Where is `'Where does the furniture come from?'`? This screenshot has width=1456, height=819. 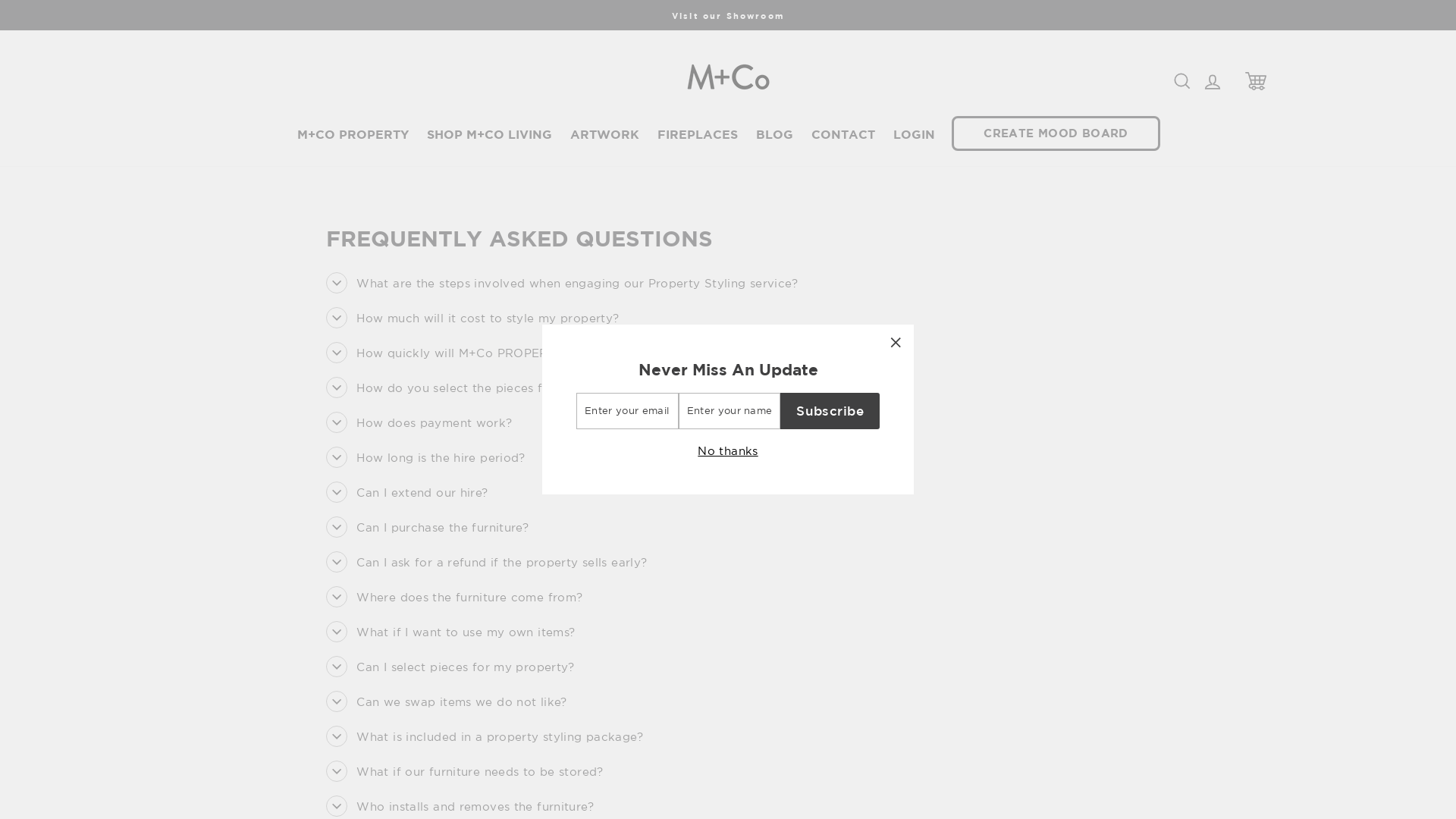
'Where does the furniture come from?' is located at coordinates (453, 595).